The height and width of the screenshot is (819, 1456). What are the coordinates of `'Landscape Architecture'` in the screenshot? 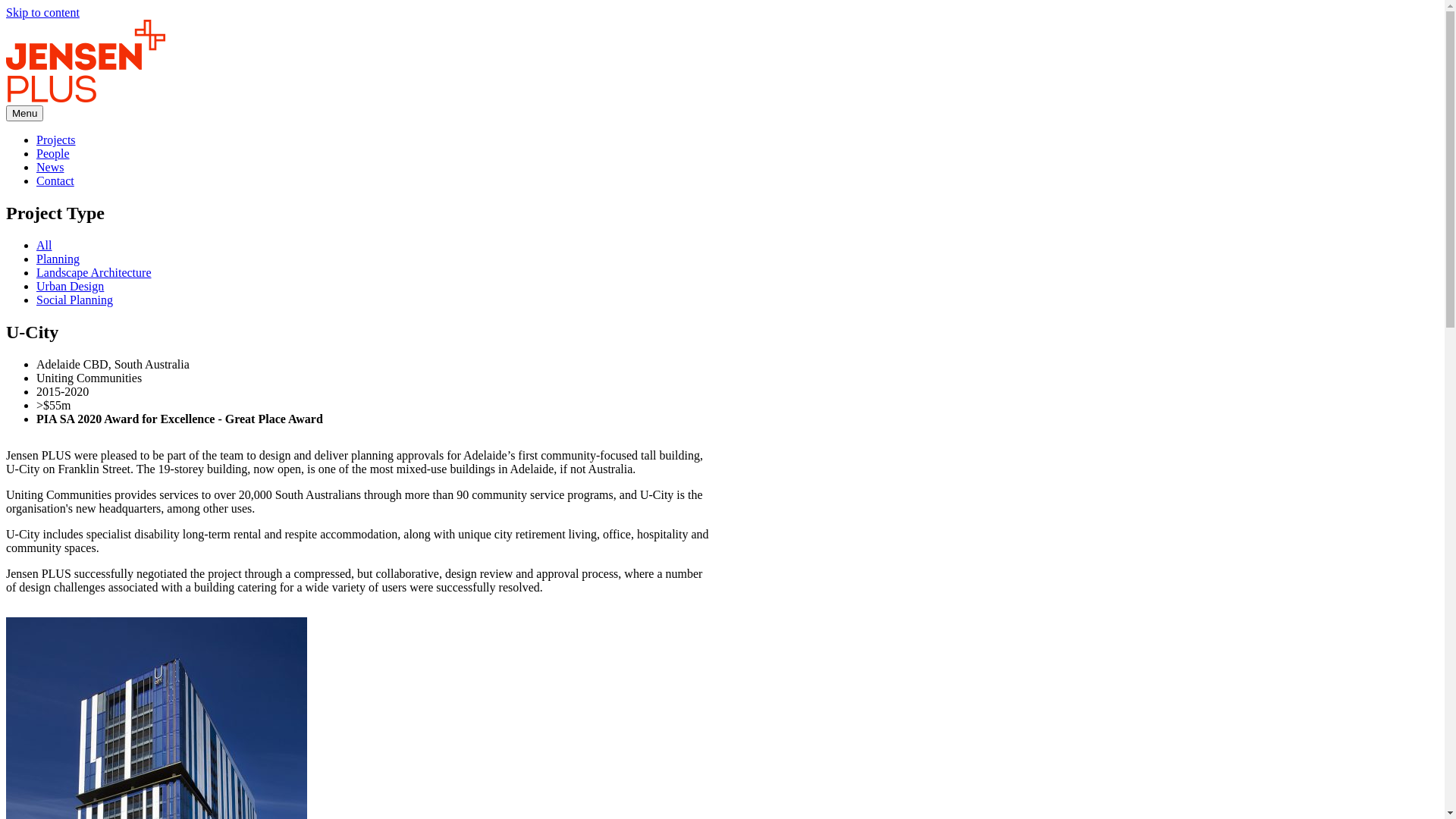 It's located at (93, 271).